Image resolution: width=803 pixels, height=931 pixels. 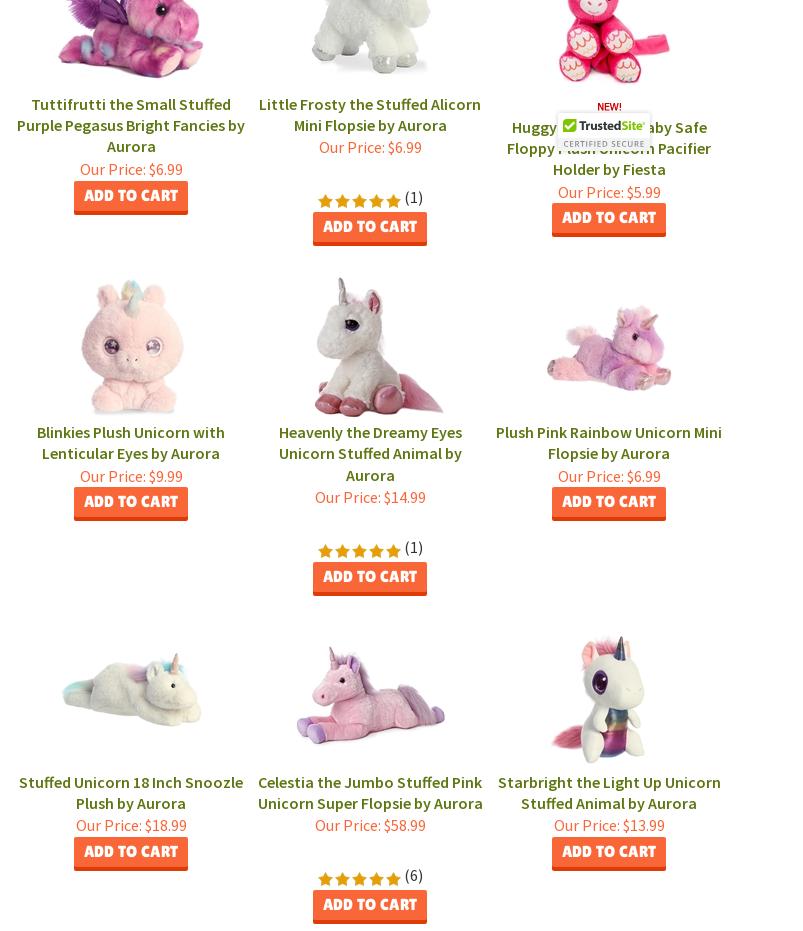 What do you see at coordinates (140, 823) in the screenshot?
I see `'$18.99'` at bounding box center [140, 823].